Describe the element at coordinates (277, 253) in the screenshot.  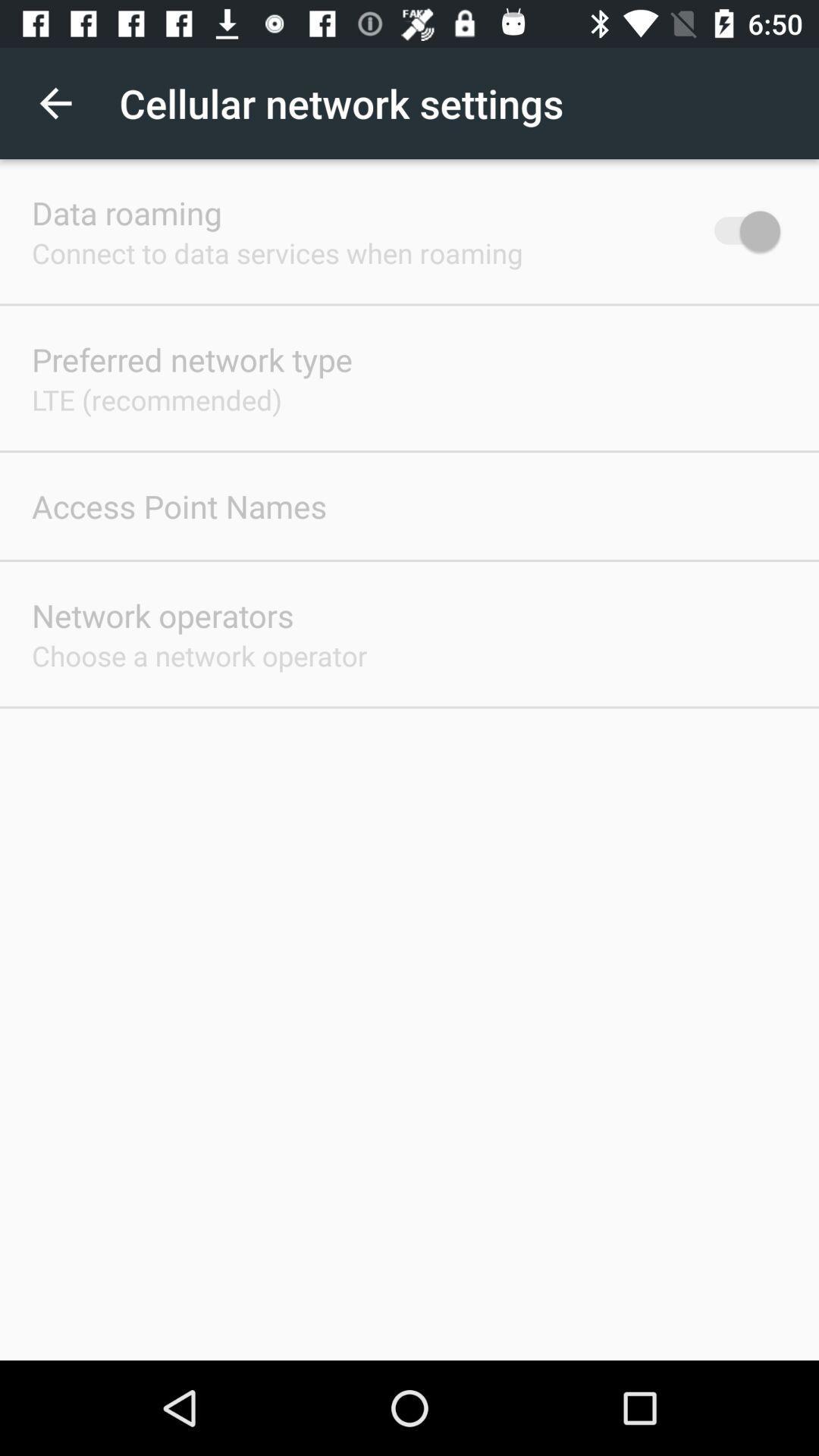
I see `app above preferred network type app` at that location.